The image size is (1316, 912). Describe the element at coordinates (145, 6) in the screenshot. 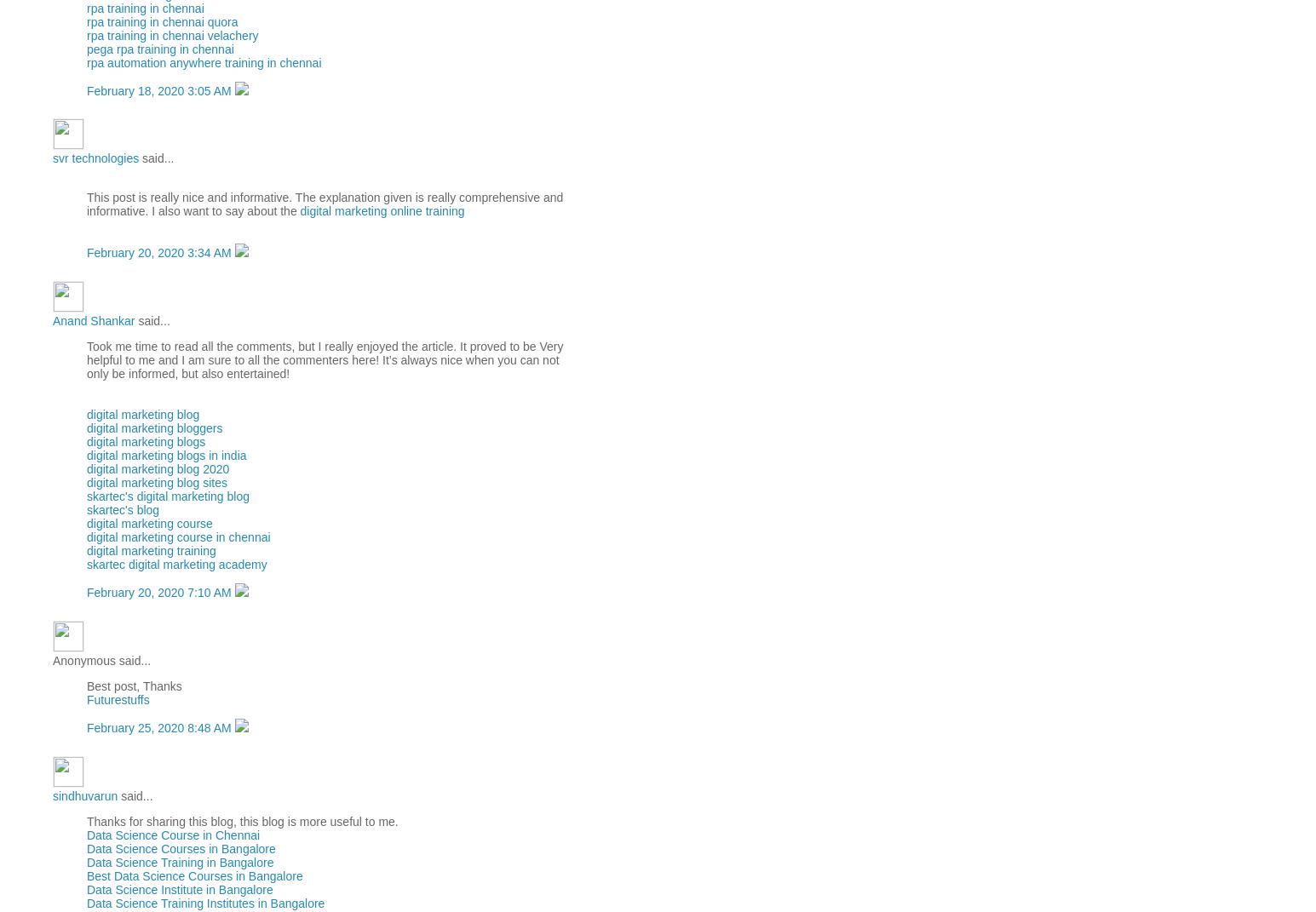

I see `'rpa training in chennai'` at that location.